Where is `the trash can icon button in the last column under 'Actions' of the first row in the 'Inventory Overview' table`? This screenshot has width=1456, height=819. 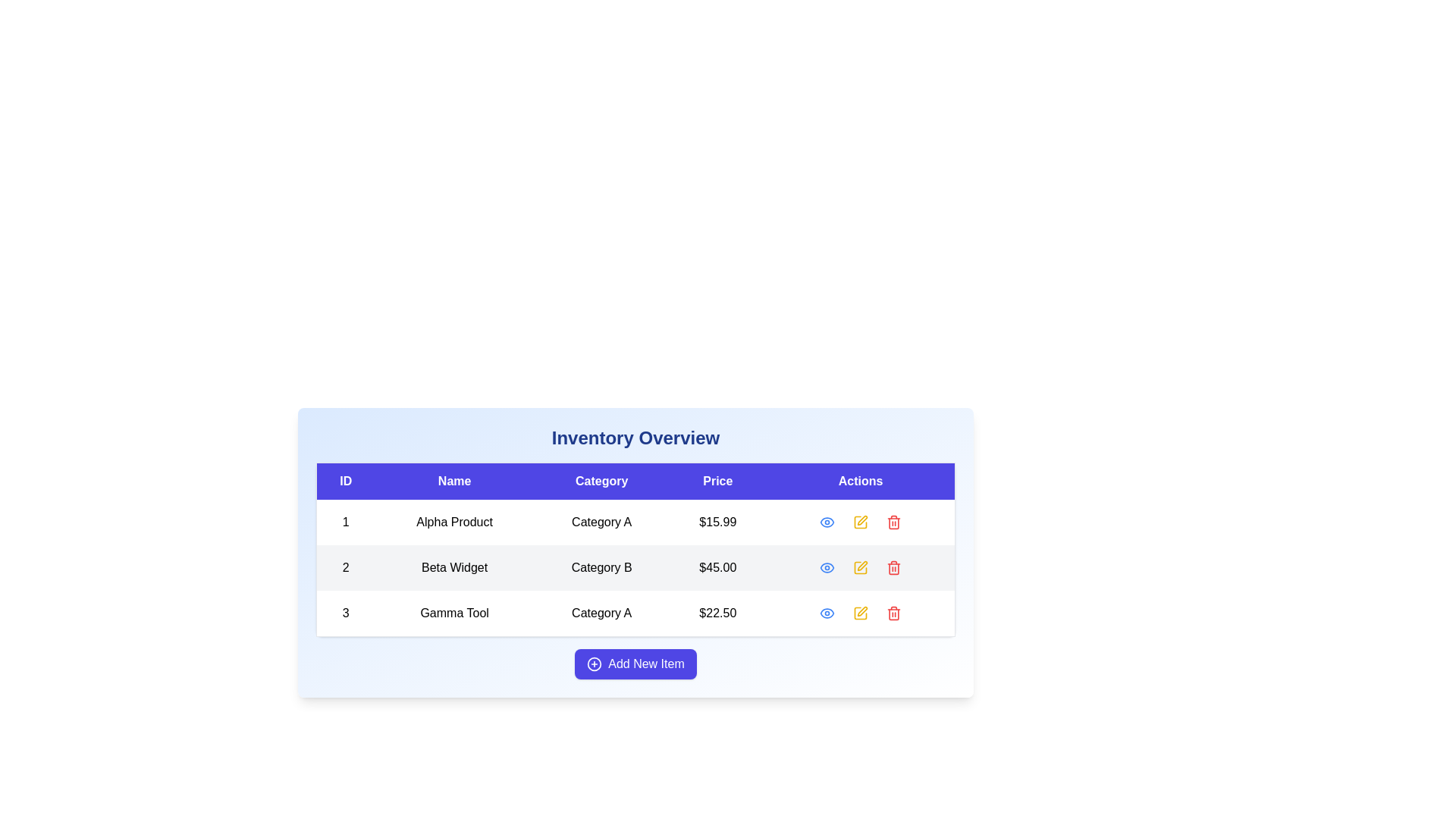 the trash can icon button in the last column under 'Actions' of the first row in the 'Inventory Overview' table is located at coordinates (894, 522).